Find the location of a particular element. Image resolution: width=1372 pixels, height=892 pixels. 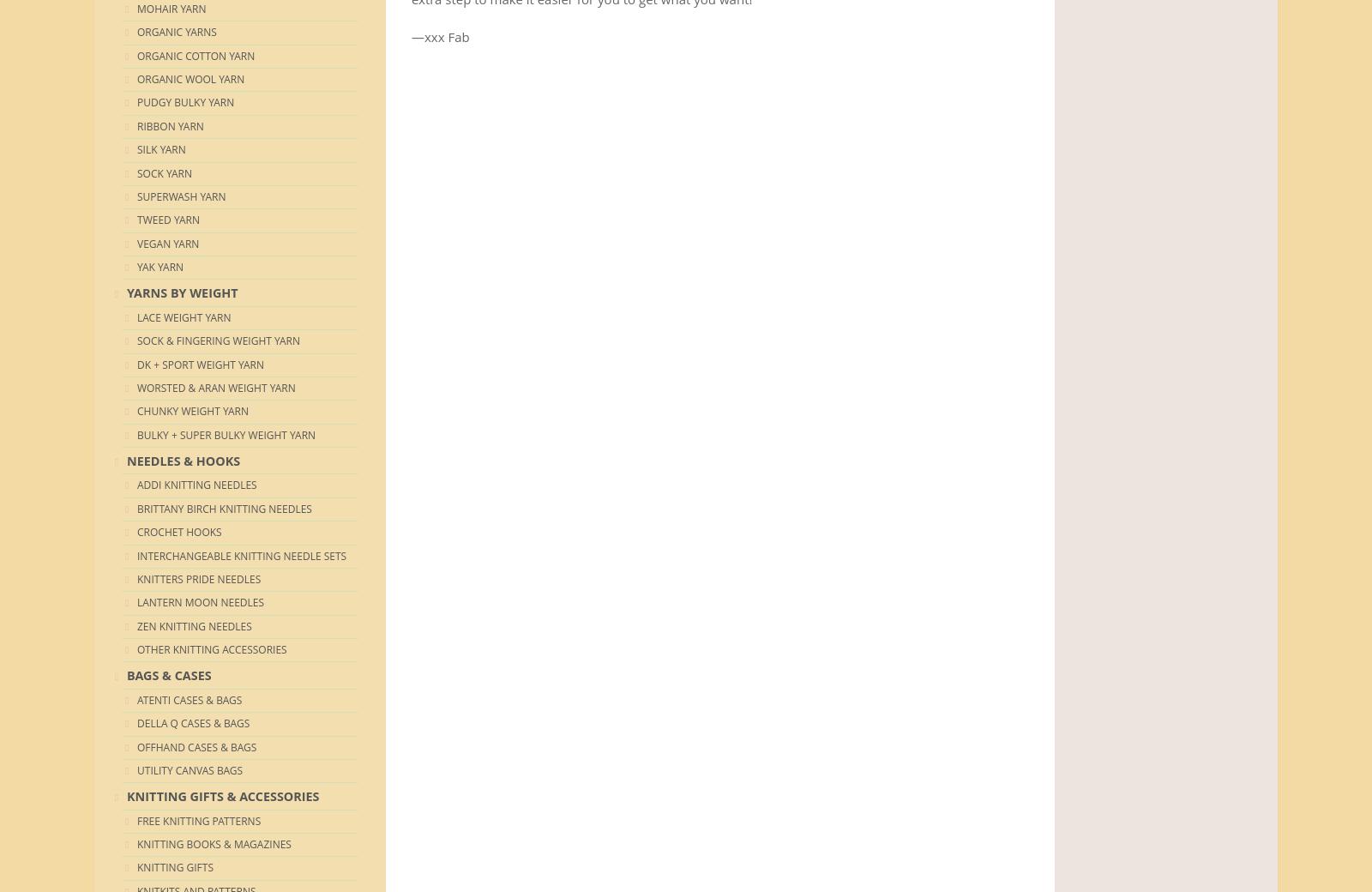

'Vegan Yarn' is located at coordinates (167, 242).